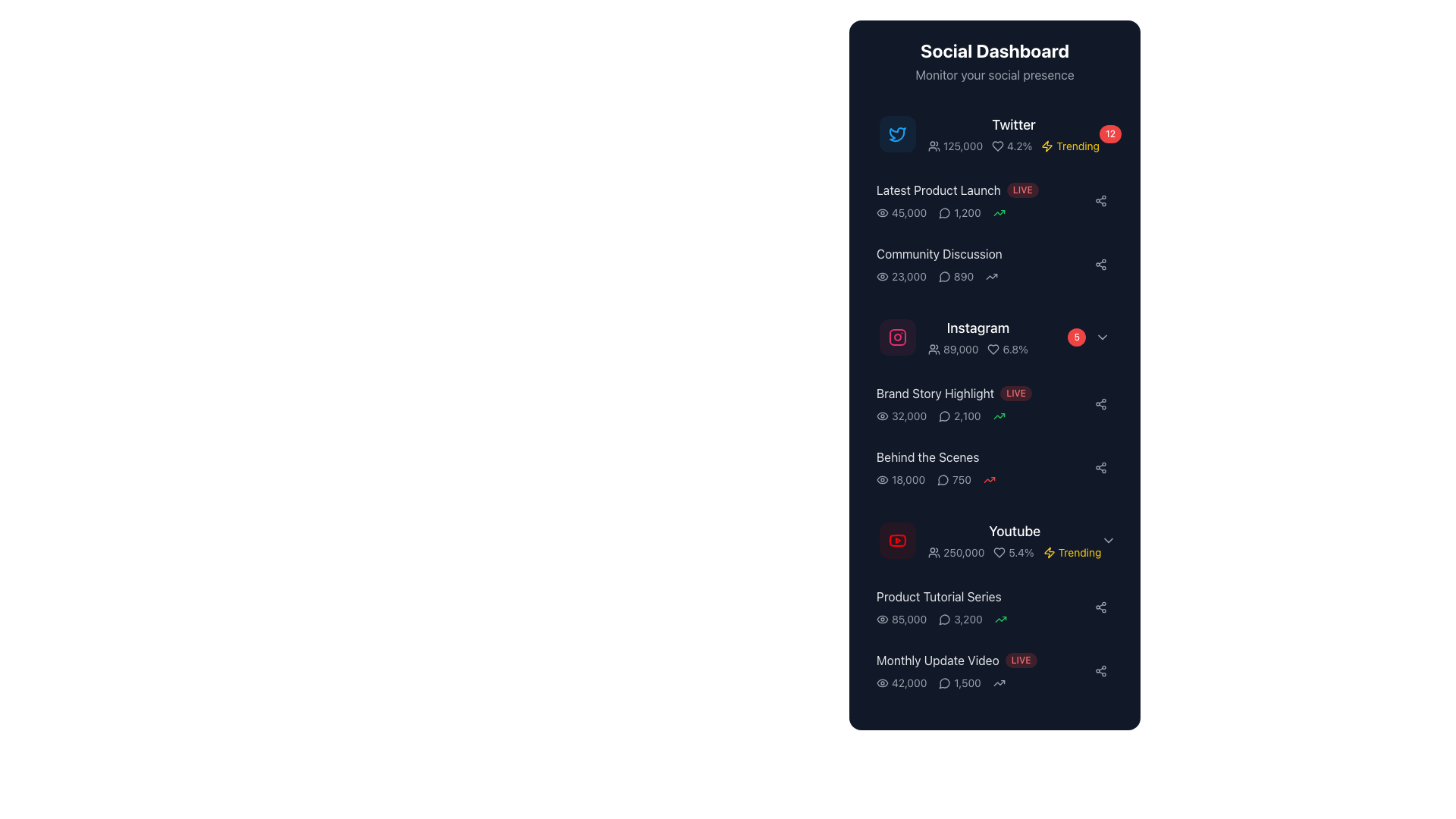  What do you see at coordinates (1100, 670) in the screenshot?
I see `the share icon located on the far right side of the row for 'Monthly Update Video' to initiate a share action` at bounding box center [1100, 670].